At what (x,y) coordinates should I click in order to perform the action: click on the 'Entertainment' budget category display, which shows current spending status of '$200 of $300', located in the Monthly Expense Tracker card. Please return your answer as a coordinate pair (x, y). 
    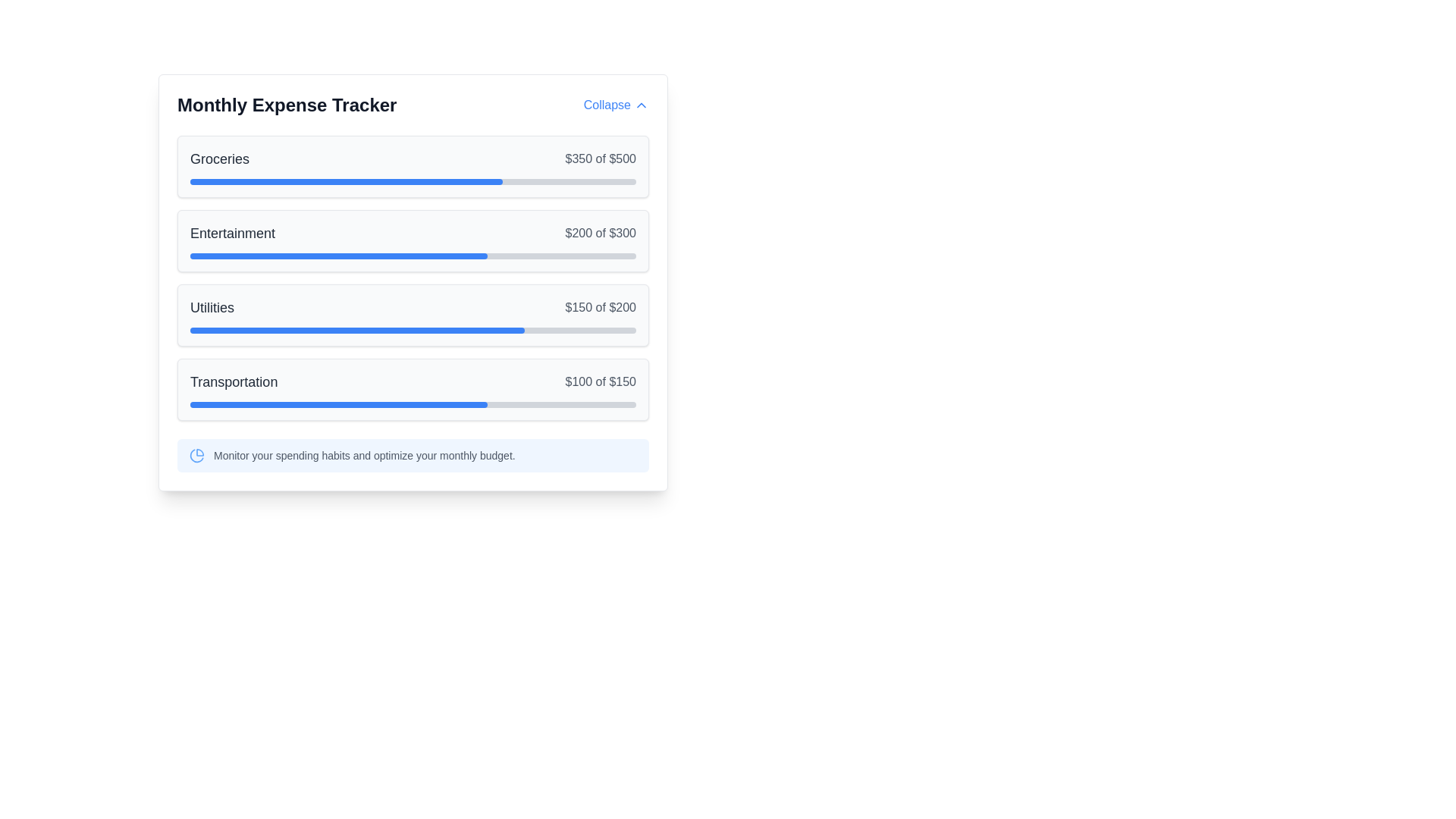
    Looking at the image, I should click on (413, 234).